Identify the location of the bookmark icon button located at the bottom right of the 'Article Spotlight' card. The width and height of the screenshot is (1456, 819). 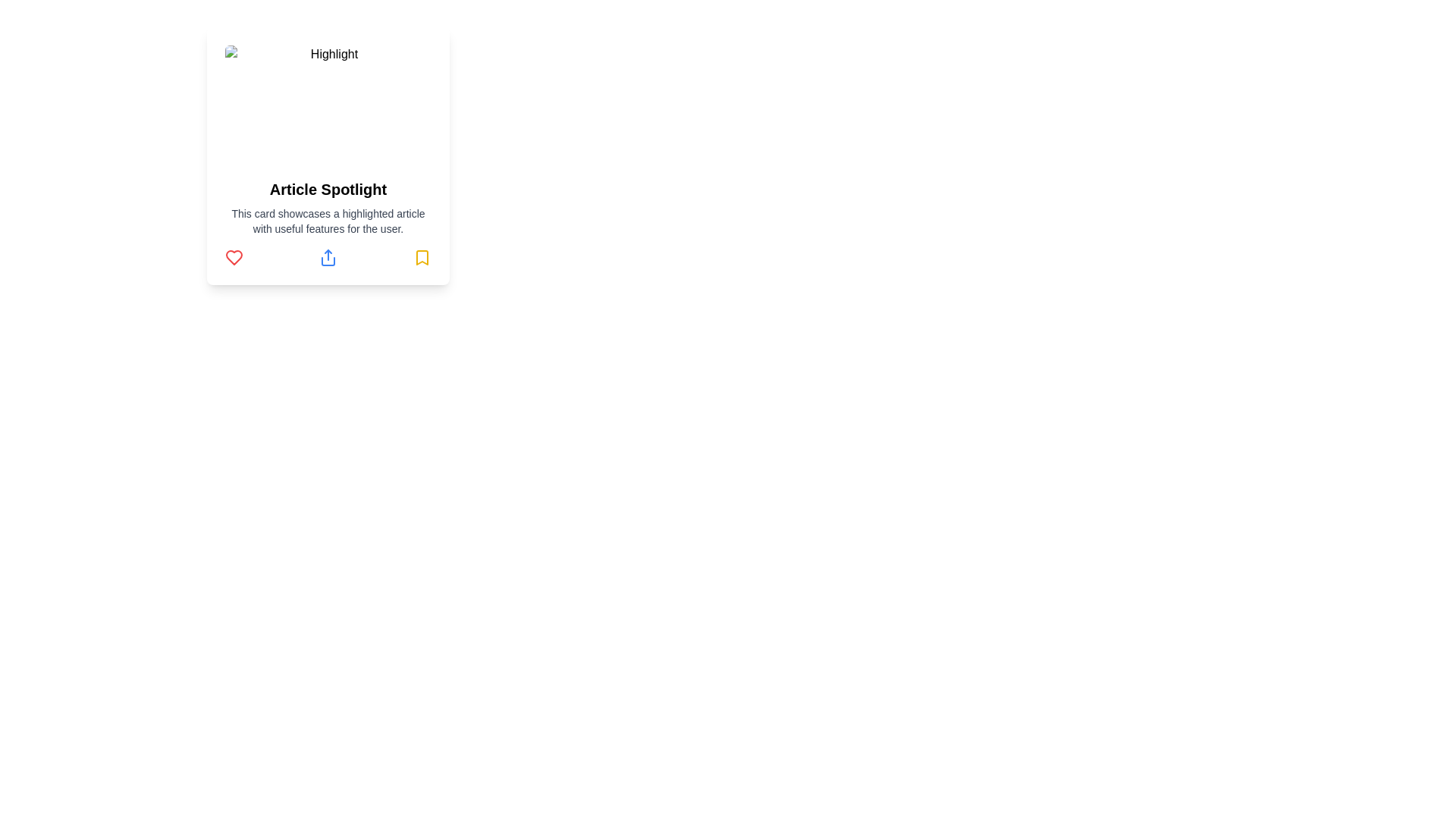
(422, 256).